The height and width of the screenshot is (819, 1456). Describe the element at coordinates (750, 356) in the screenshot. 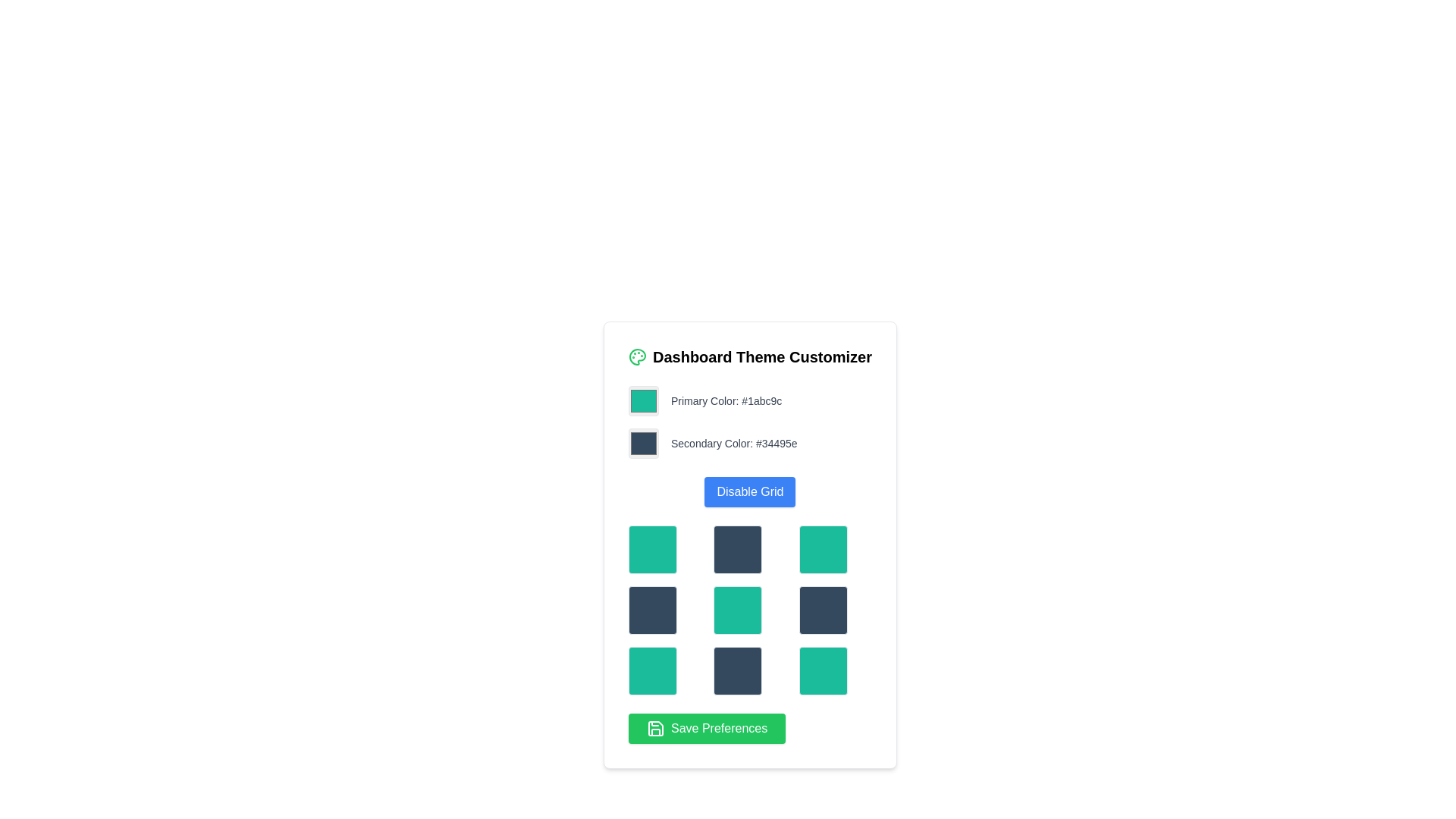

I see `the 'Dashboard Theme Customizer' text label which is styled with bold, large text and positioned next to a green-outlined palette icon at the top of the card interface` at that location.